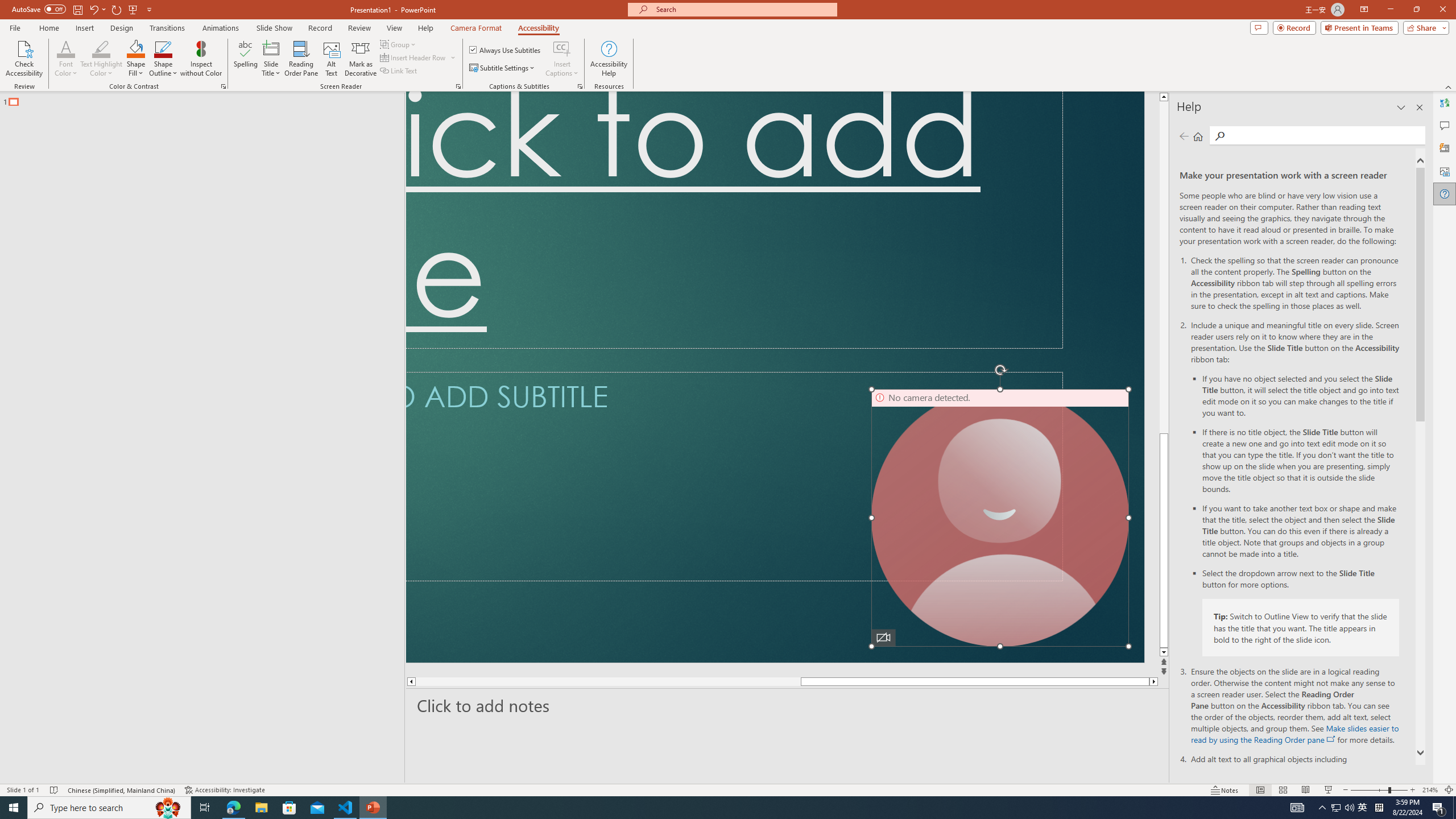 The width and height of the screenshot is (1456, 819). Describe the element at coordinates (164, 59) in the screenshot. I see `'Shape Outline'` at that location.